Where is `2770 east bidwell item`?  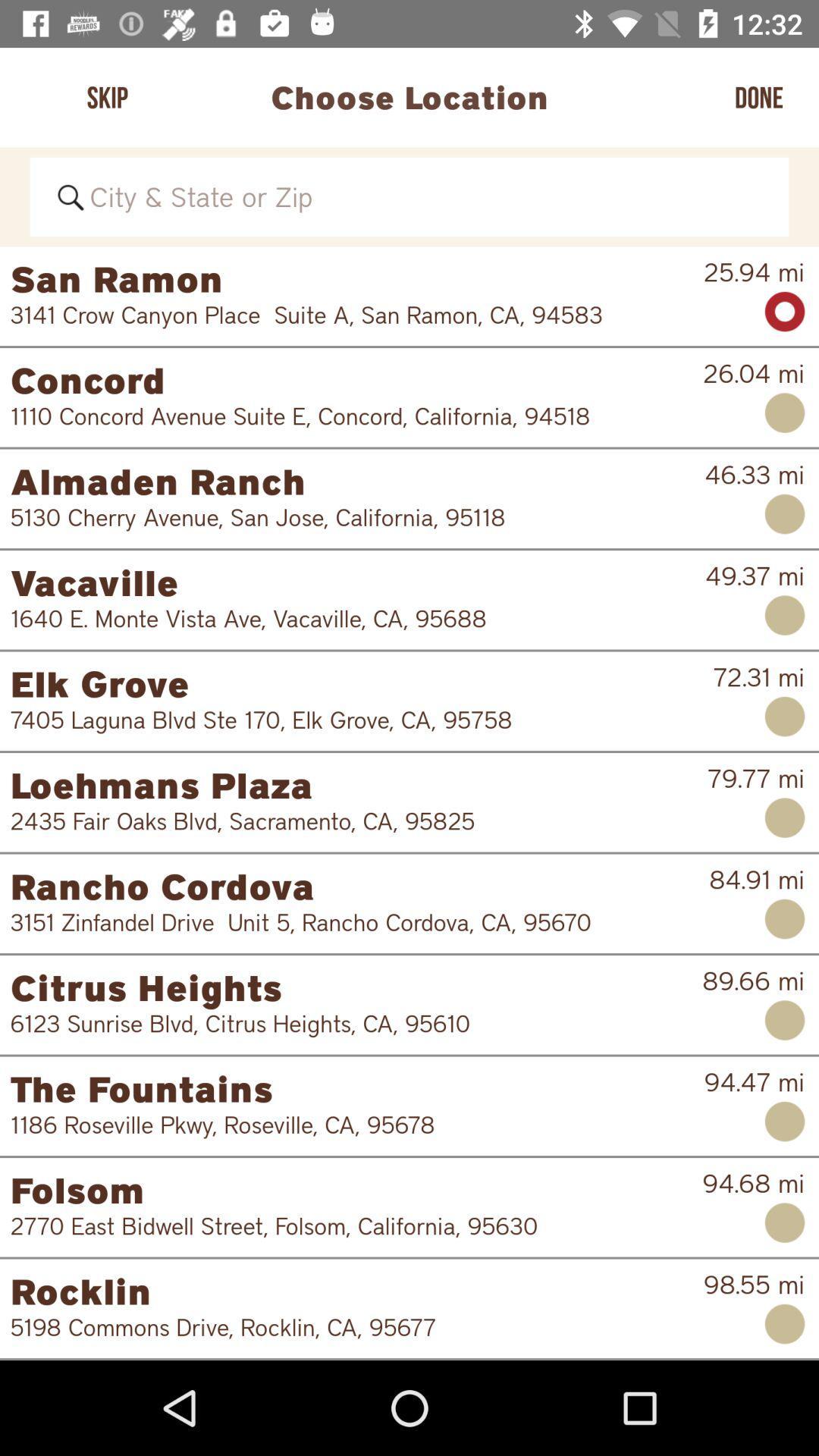
2770 east bidwell item is located at coordinates (346, 1226).